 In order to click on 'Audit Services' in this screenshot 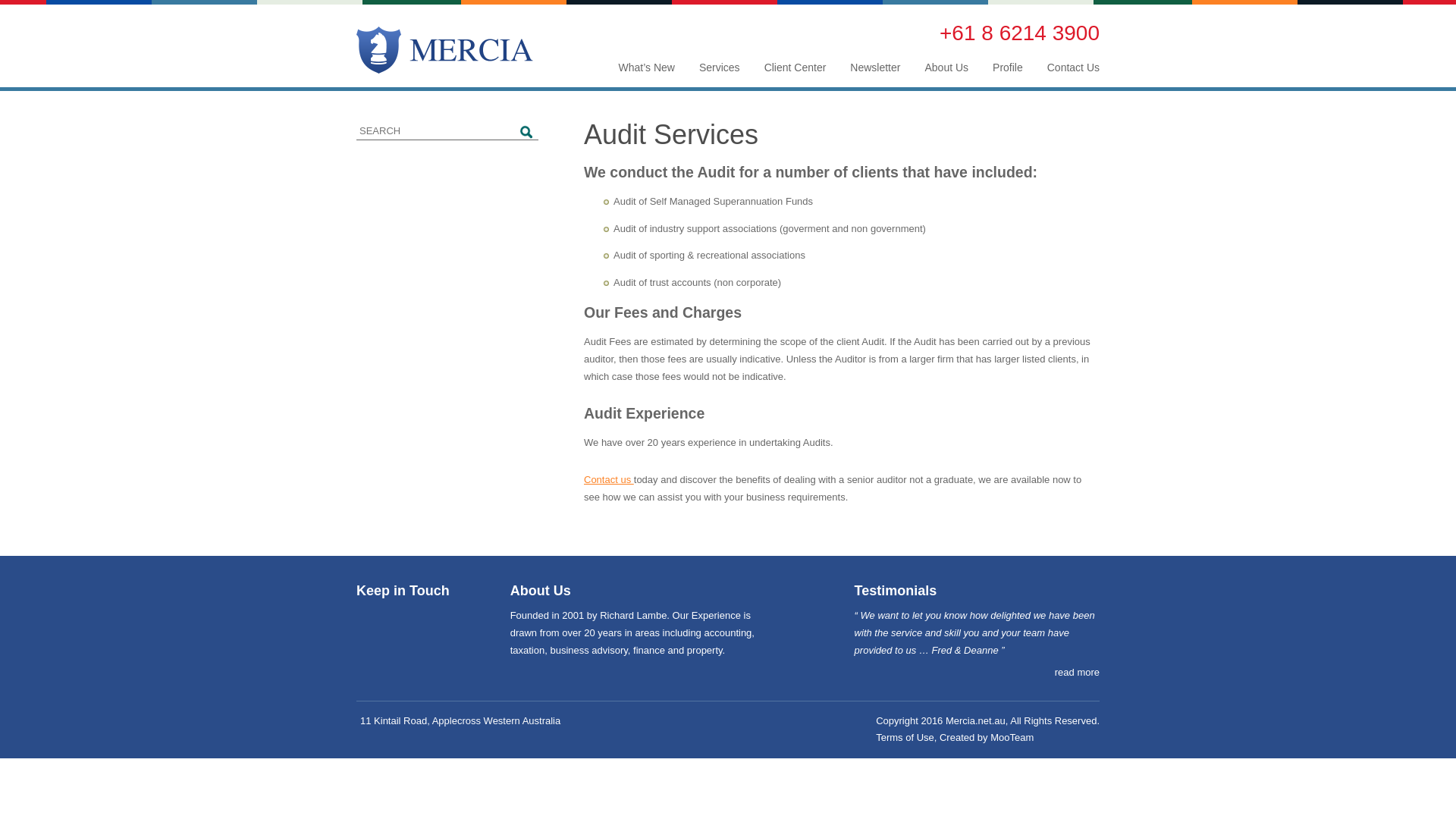, I will do `click(582, 133)`.